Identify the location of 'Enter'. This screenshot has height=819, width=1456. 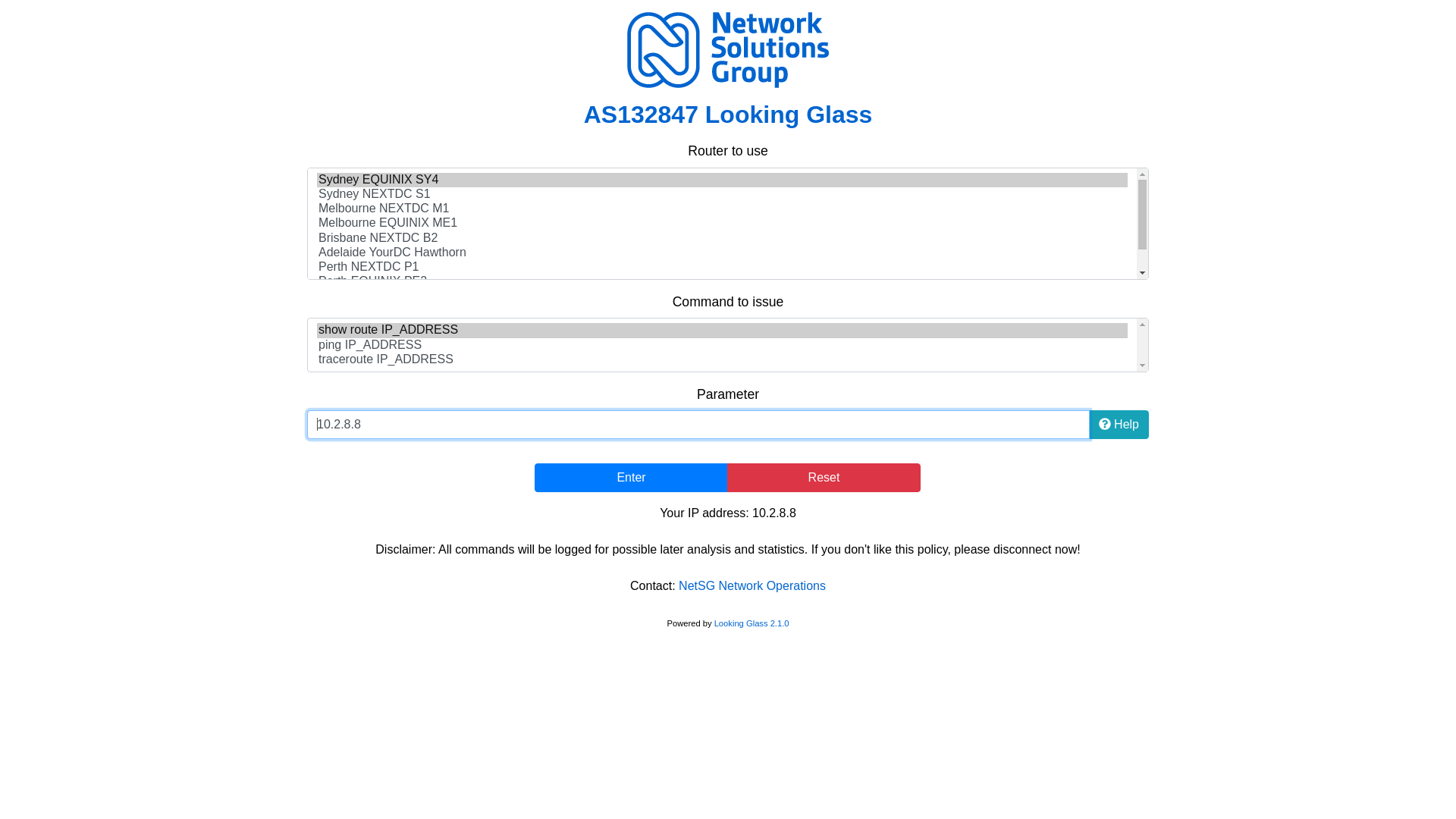
(631, 476).